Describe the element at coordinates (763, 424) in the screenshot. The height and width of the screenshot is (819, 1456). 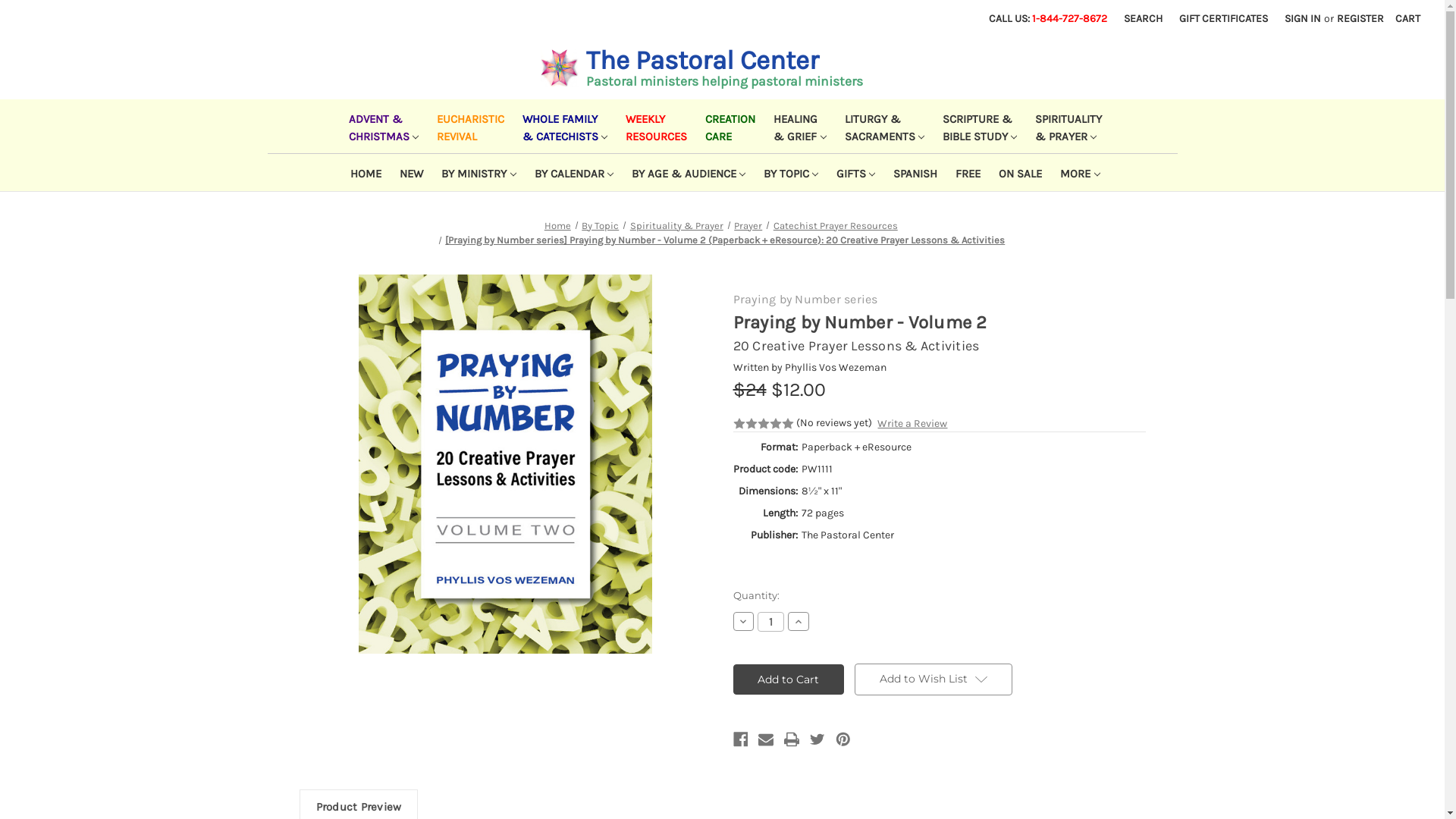
I see `'Product rating is 0 of 5'` at that location.